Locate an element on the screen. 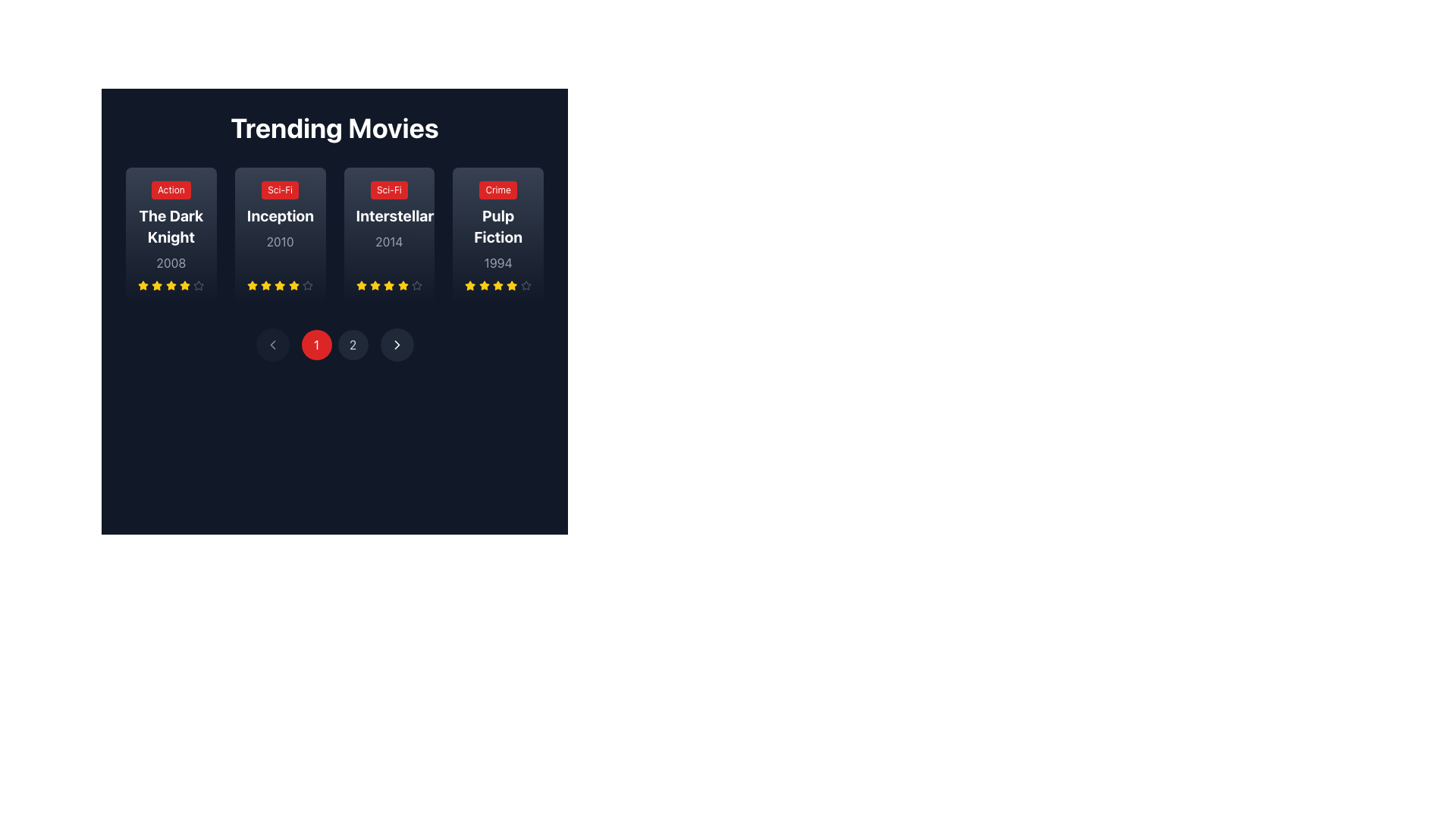 Image resolution: width=1456 pixels, height=819 pixels. the circular button with a dark gray background and white text displaying the number '2' is located at coordinates (352, 344).